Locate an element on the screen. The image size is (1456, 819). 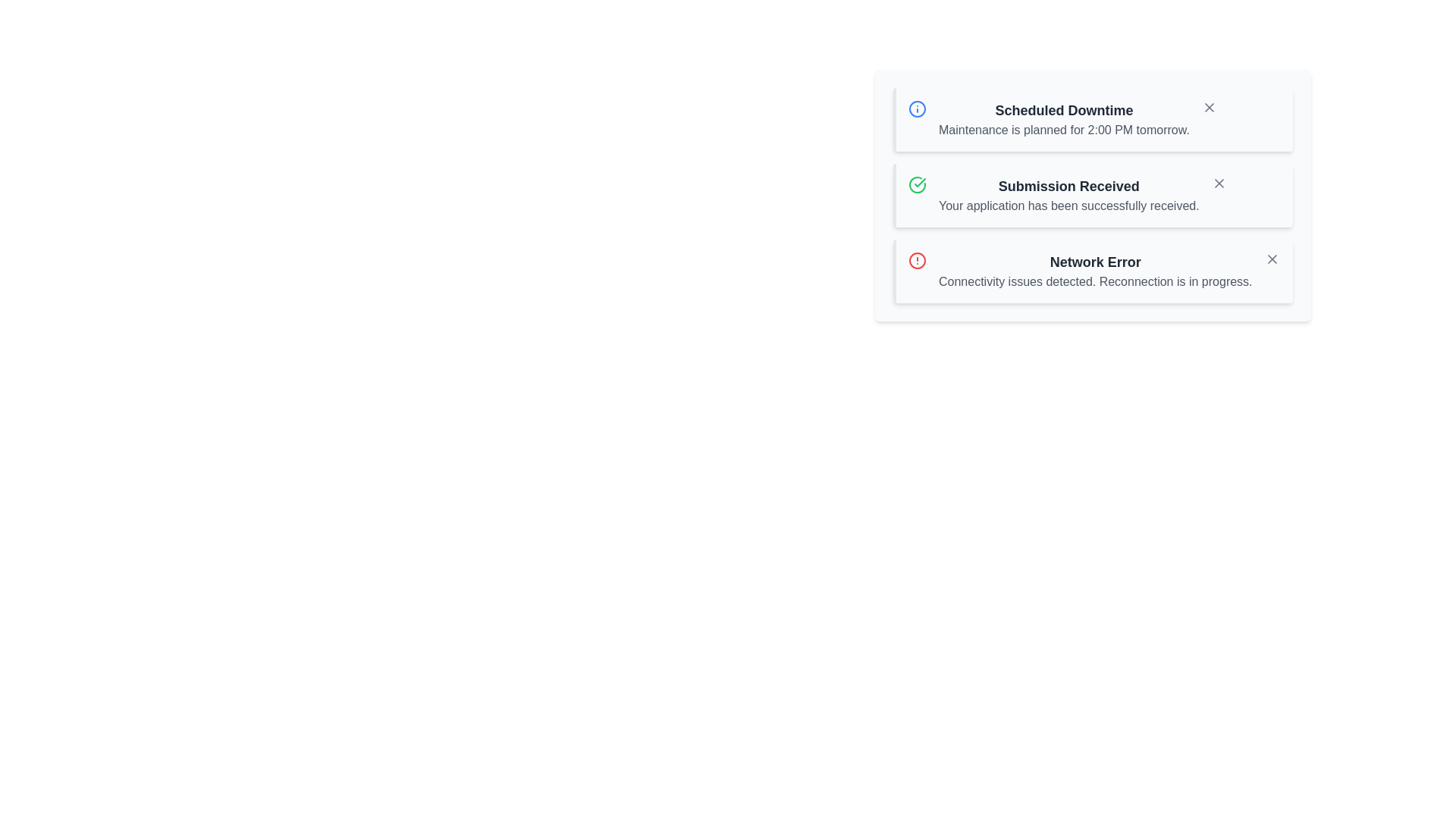
the text block displaying 'Connectivity issues detected. Reconnection is in progress.' which is styled in gray color and located below the heading 'Network Error' is located at coordinates (1095, 281).